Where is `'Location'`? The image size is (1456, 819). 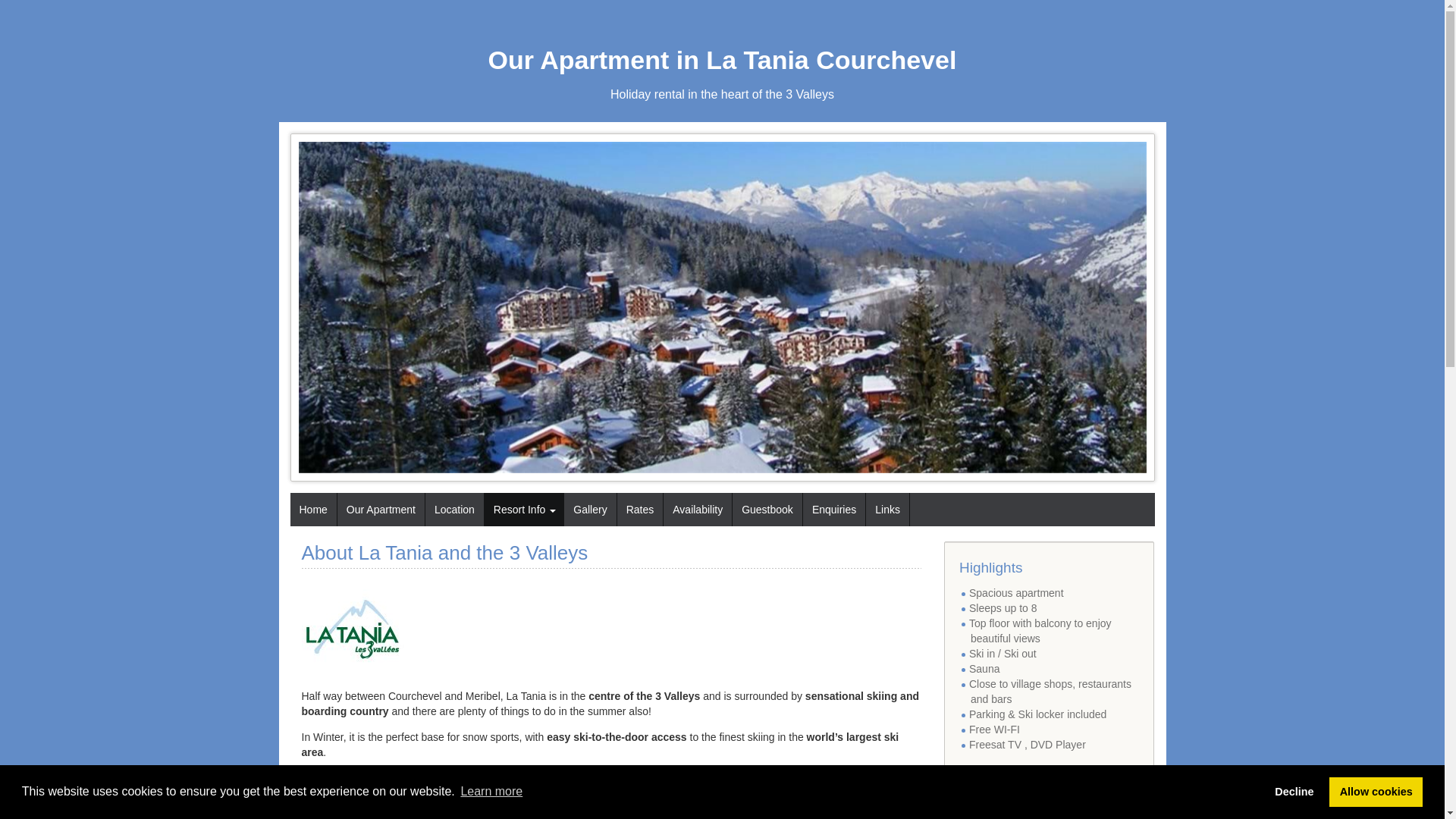 'Location' is located at coordinates (453, 509).